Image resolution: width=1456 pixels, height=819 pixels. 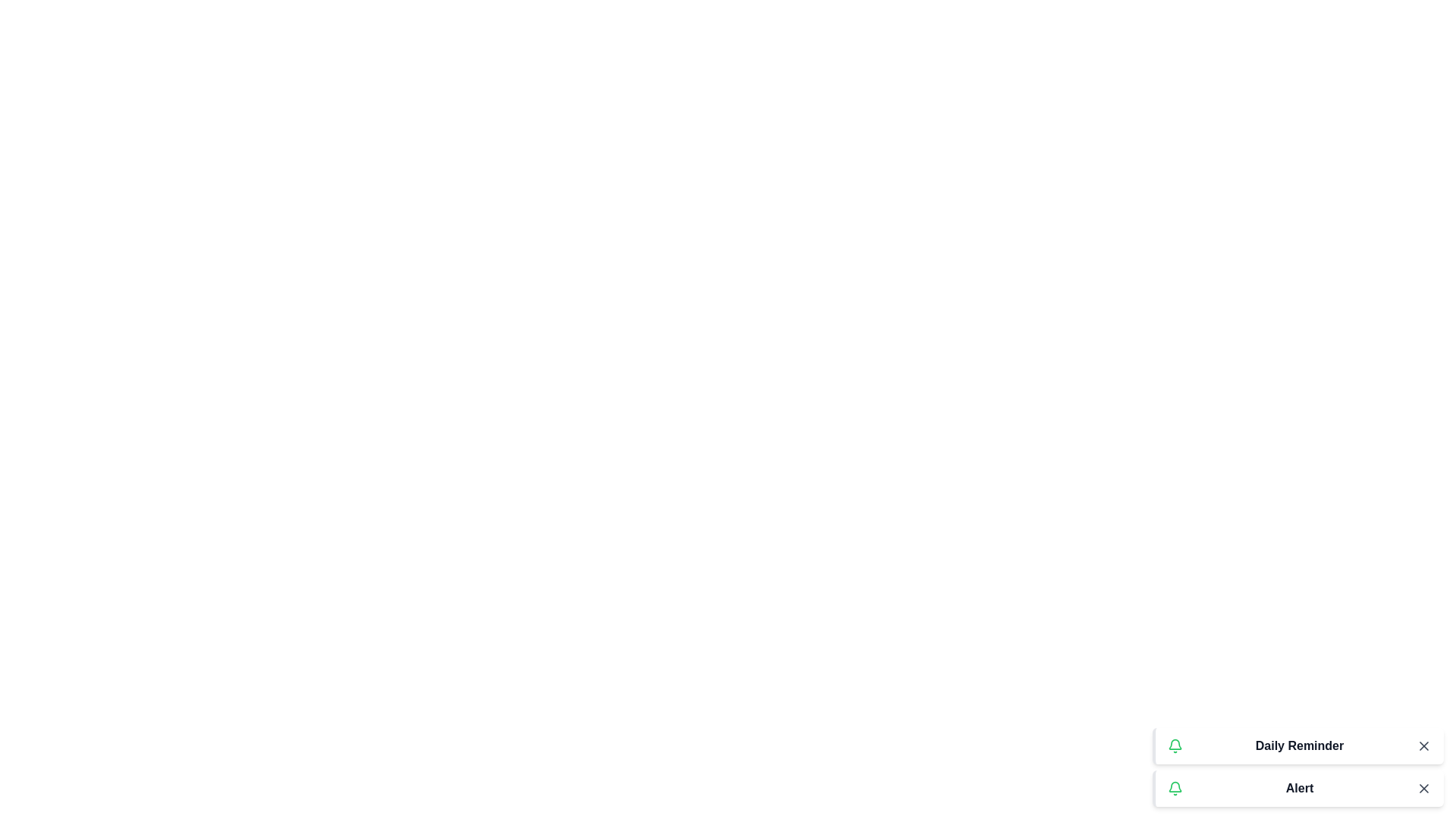 I want to click on the close button of the notification titled 'Daily Reminder', so click(x=1423, y=745).